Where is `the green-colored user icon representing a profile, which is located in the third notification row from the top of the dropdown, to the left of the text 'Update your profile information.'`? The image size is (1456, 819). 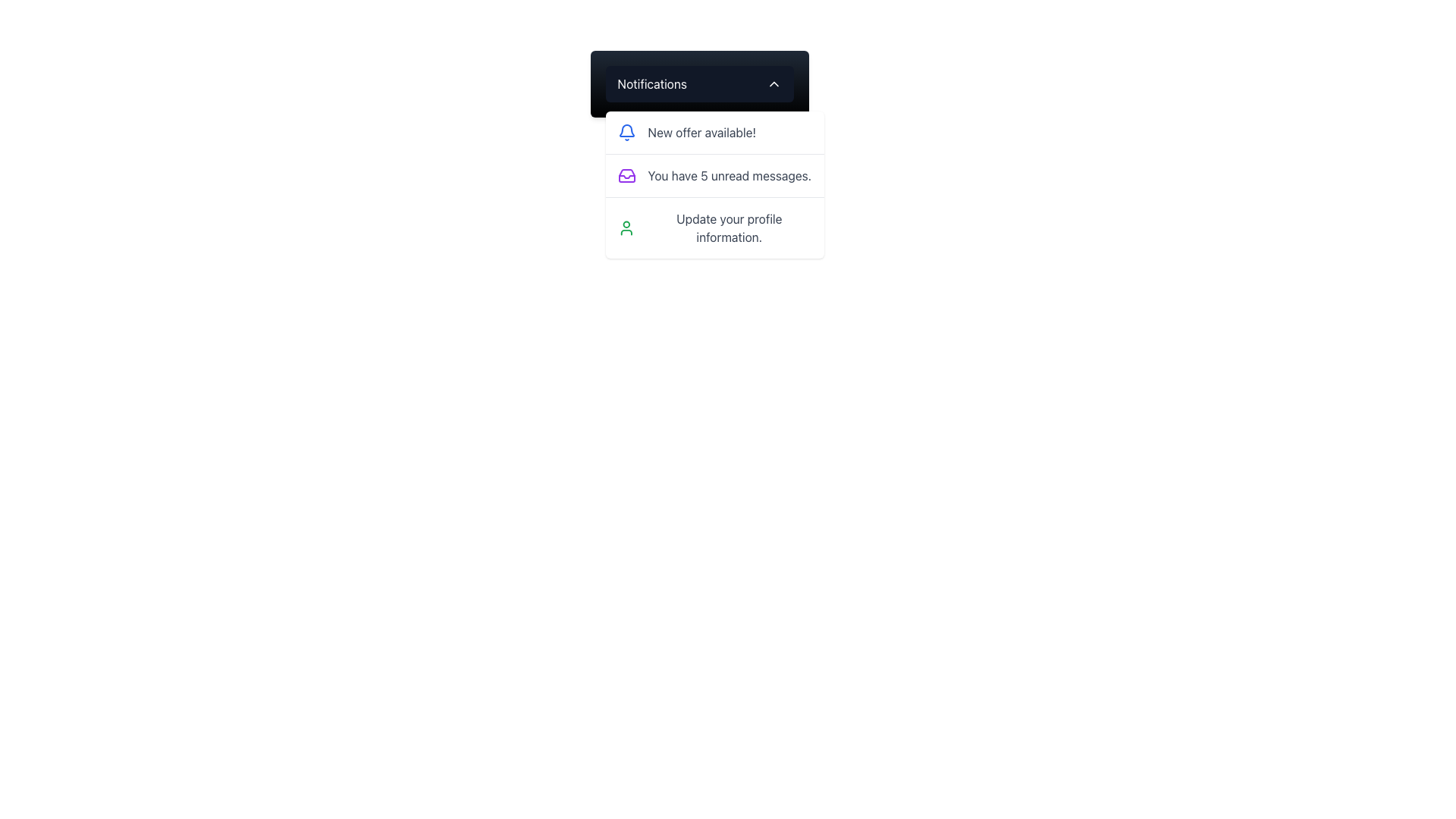 the green-colored user icon representing a profile, which is located in the third notification row from the top of the dropdown, to the left of the text 'Update your profile information.' is located at coordinates (626, 227).